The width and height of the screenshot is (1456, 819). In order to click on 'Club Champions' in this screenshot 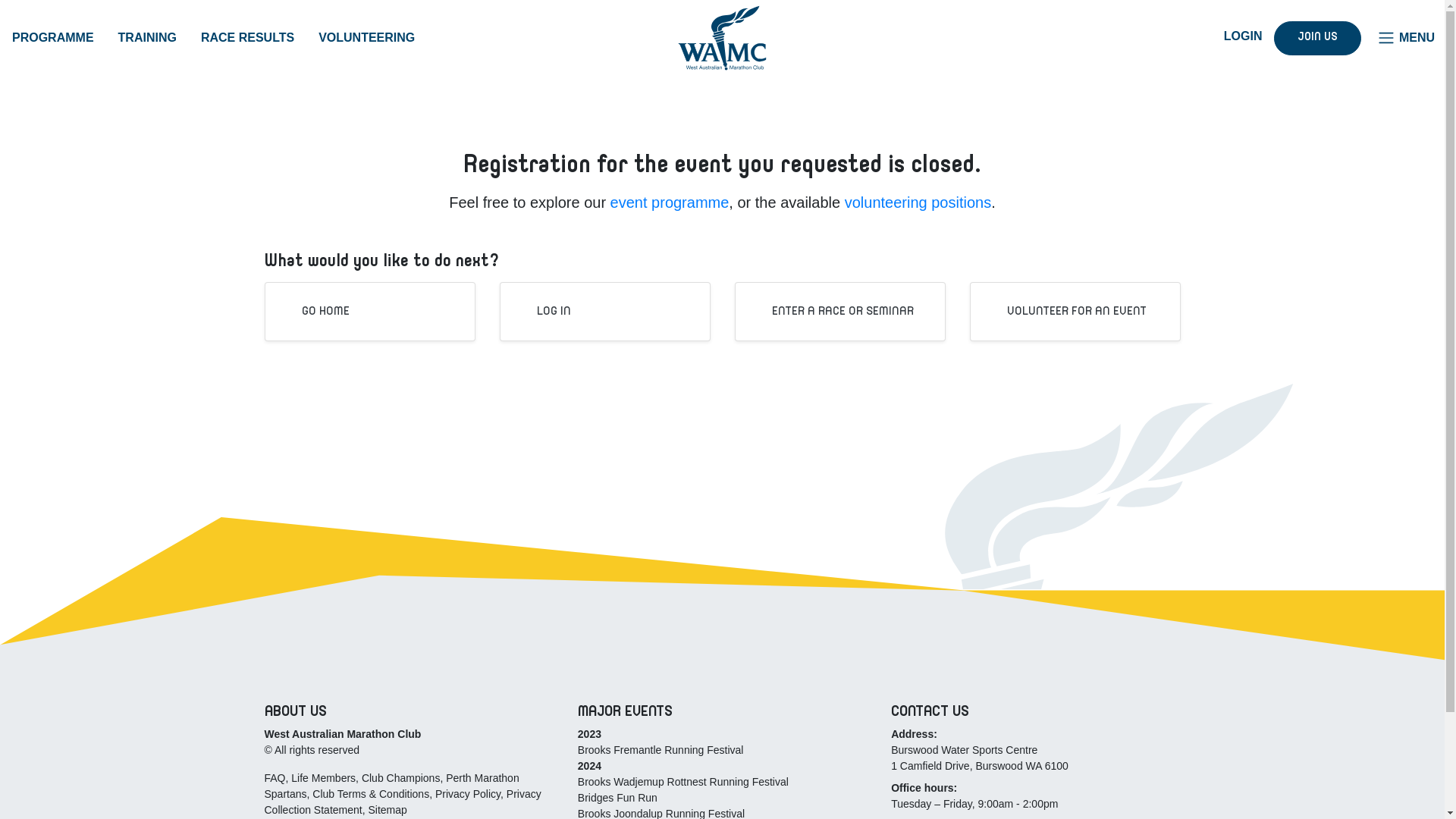, I will do `click(400, 778)`.